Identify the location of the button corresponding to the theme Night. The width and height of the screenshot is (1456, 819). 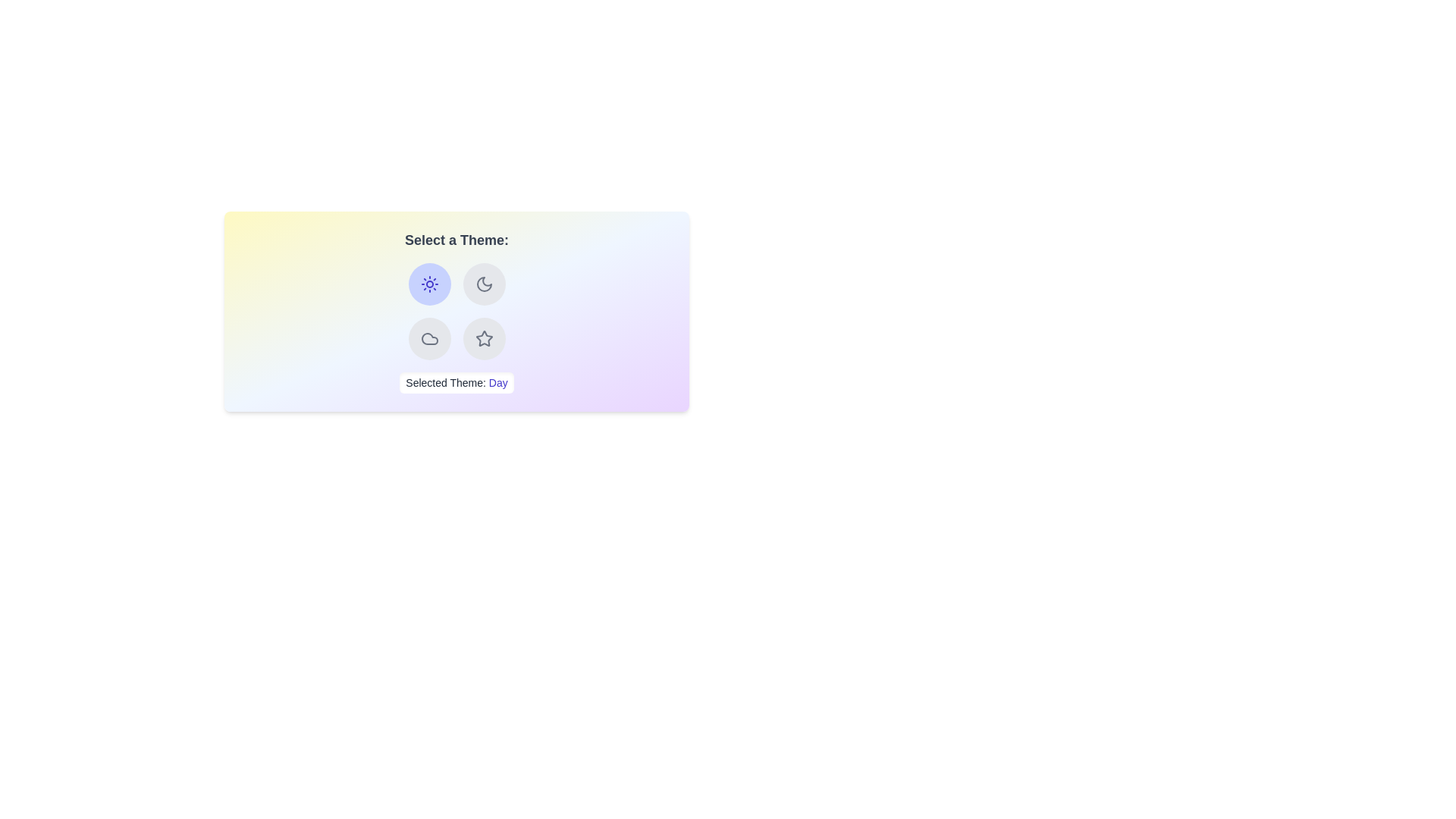
(483, 284).